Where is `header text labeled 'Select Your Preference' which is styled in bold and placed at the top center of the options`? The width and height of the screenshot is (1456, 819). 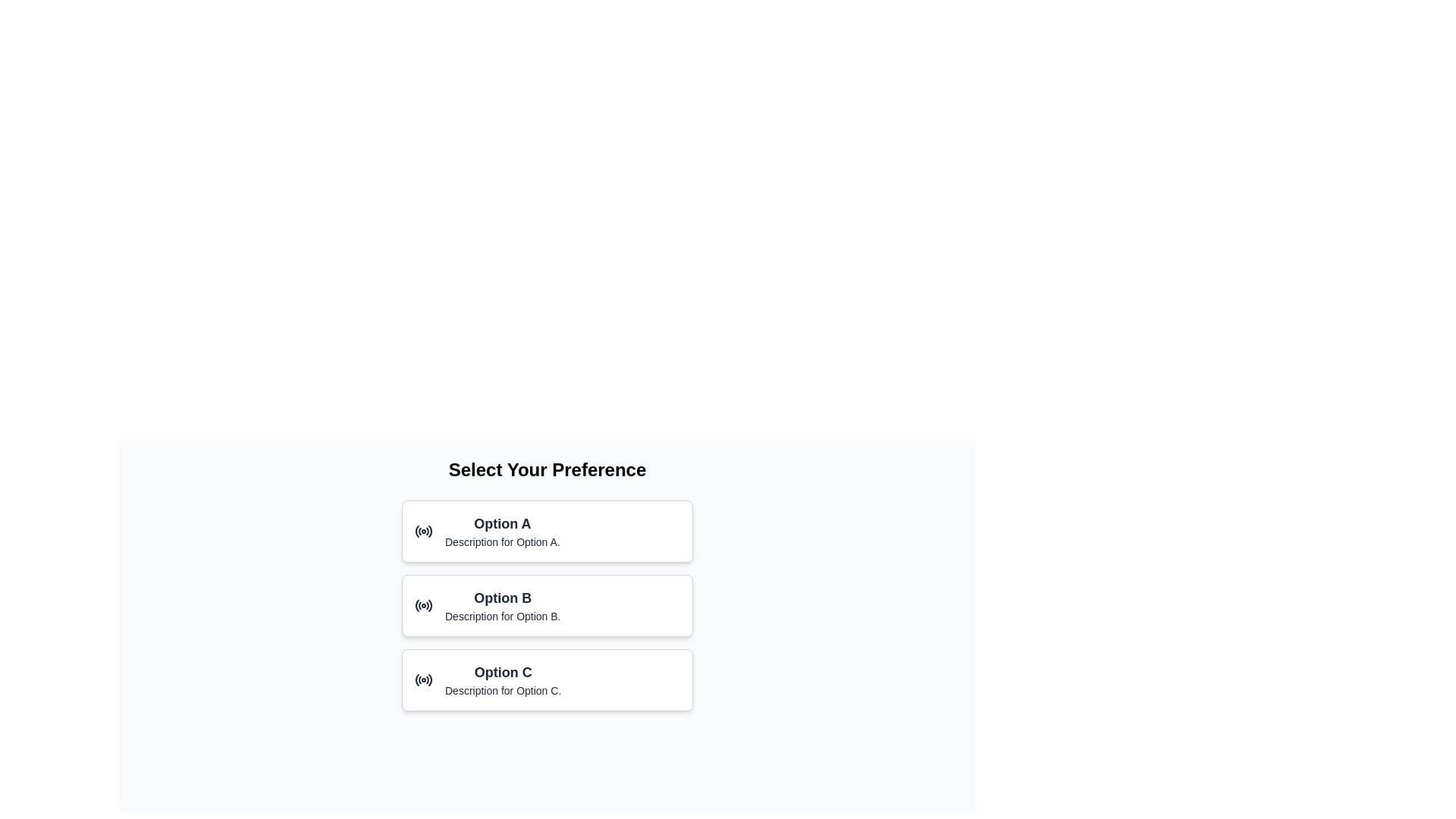
header text labeled 'Select Your Preference' which is styled in bold and placed at the top center of the options is located at coordinates (546, 469).